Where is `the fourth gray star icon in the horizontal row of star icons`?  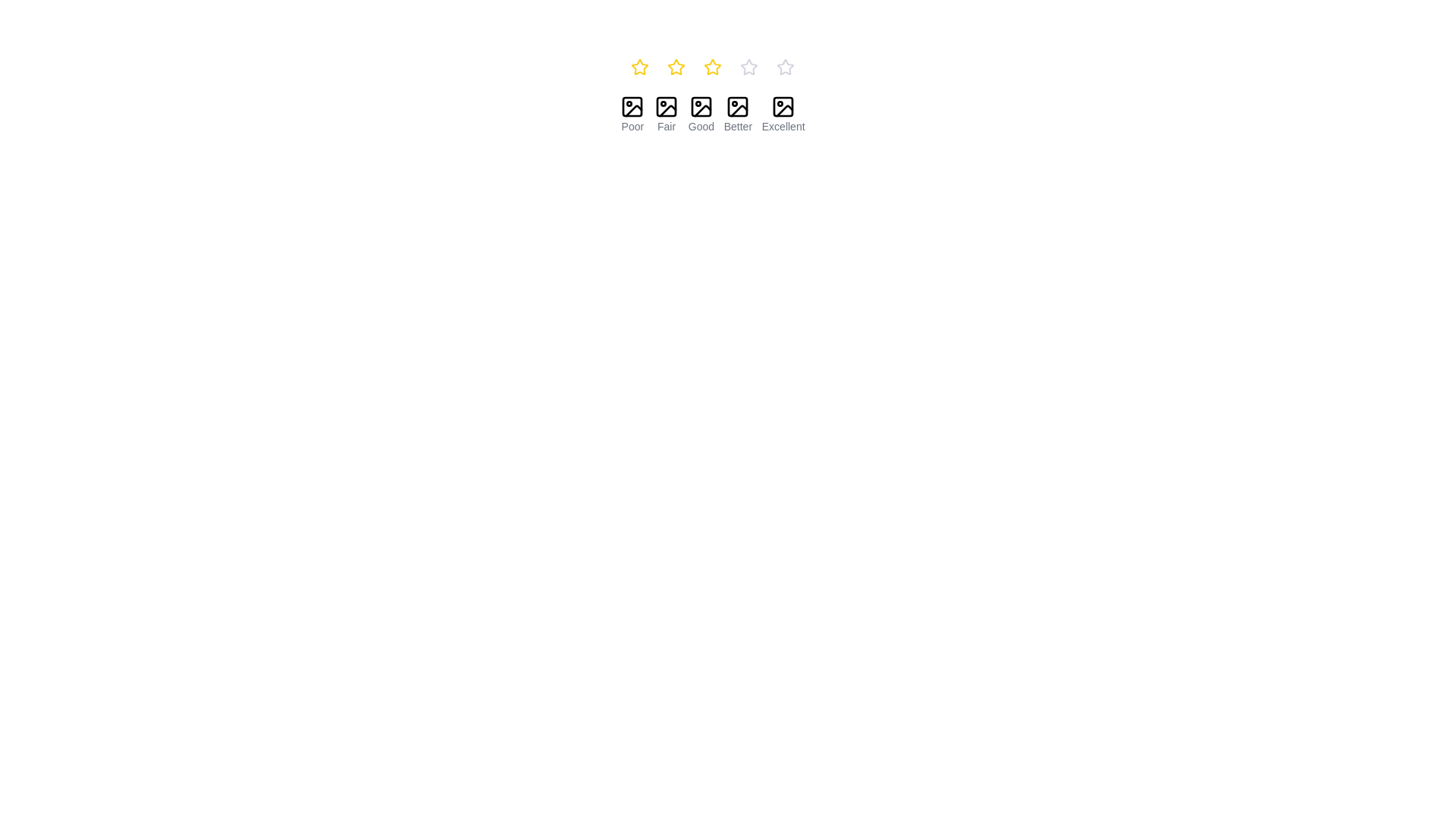 the fourth gray star icon in the horizontal row of star icons is located at coordinates (749, 66).